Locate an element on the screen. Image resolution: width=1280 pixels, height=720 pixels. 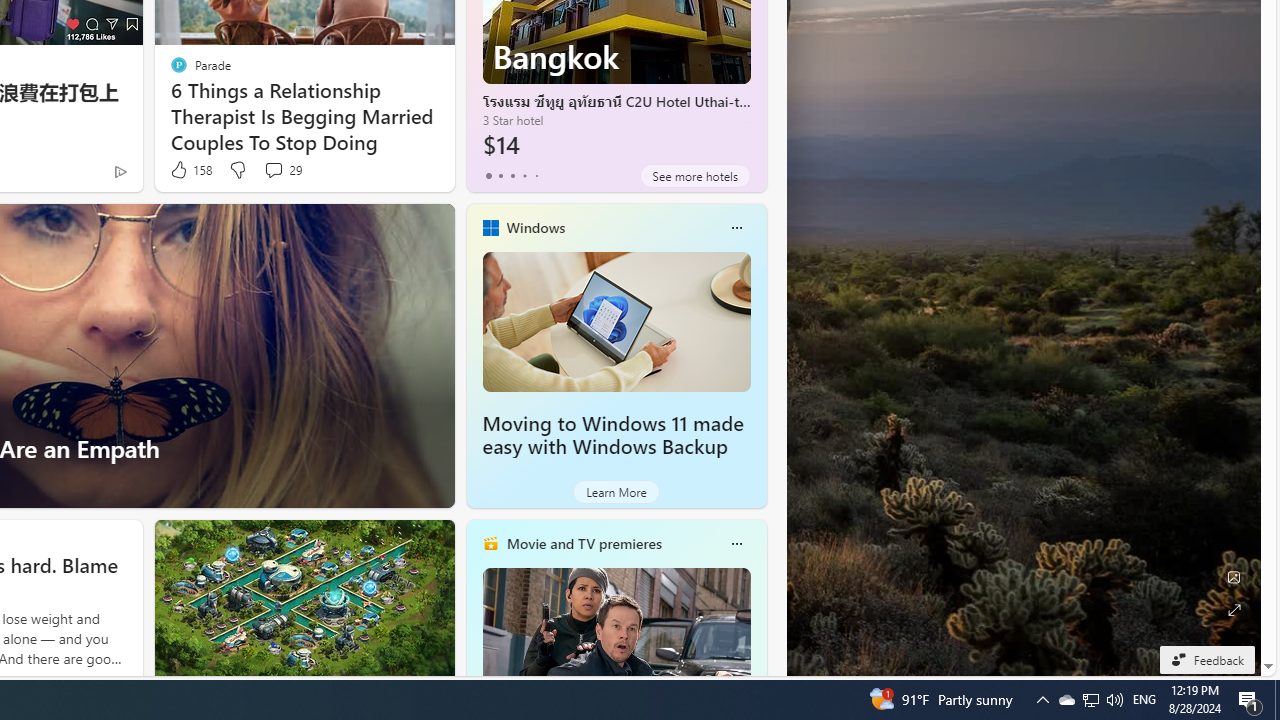
'Dislike' is located at coordinates (237, 169).